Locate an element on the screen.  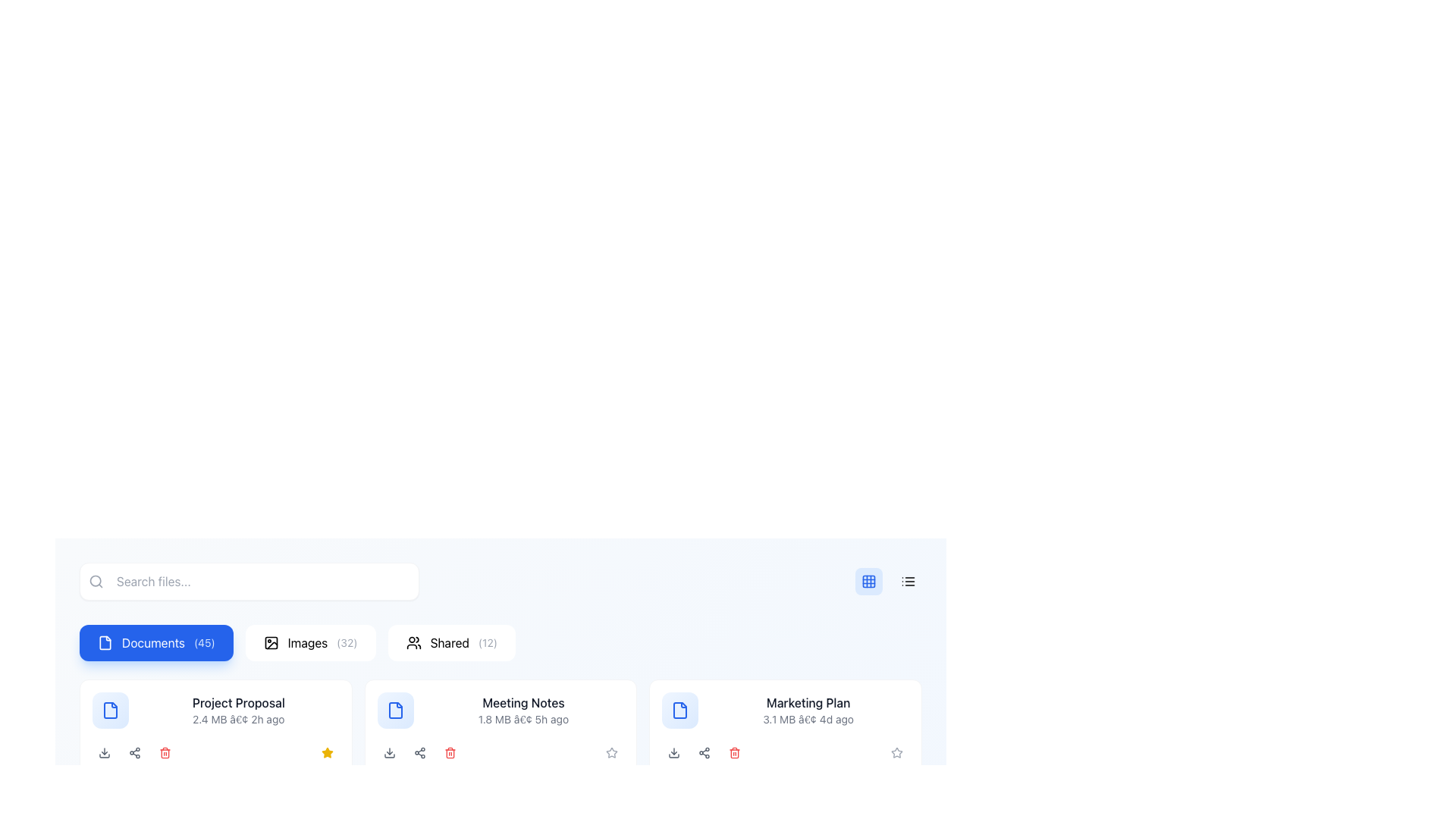
the Action control bar located below the 'Marketing Plan' card in the fourth column, which contains interactive icons such as download, share, delete, and star buttons is located at coordinates (786, 752).